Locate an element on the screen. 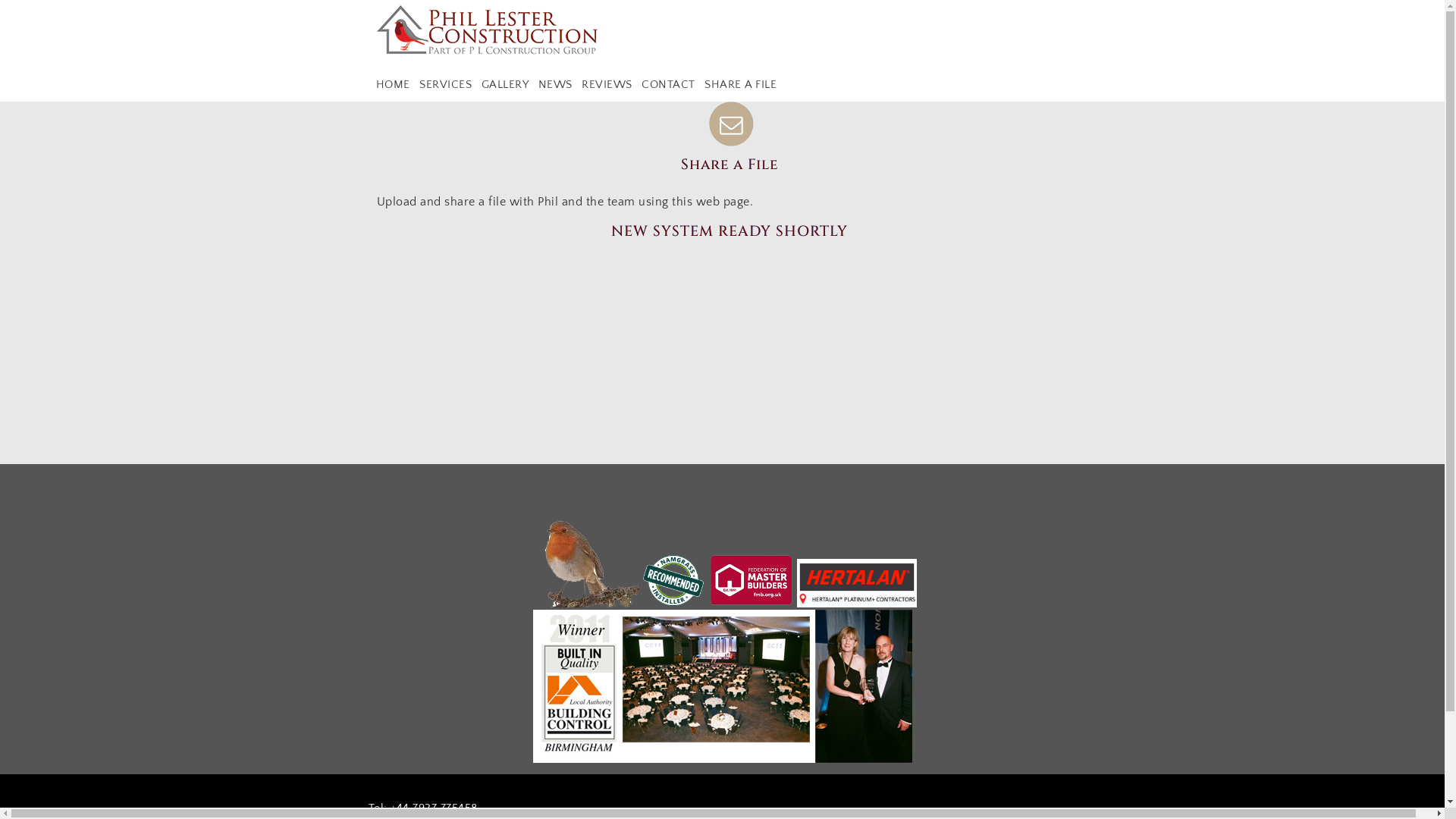  'CONTACT' is located at coordinates (667, 84).